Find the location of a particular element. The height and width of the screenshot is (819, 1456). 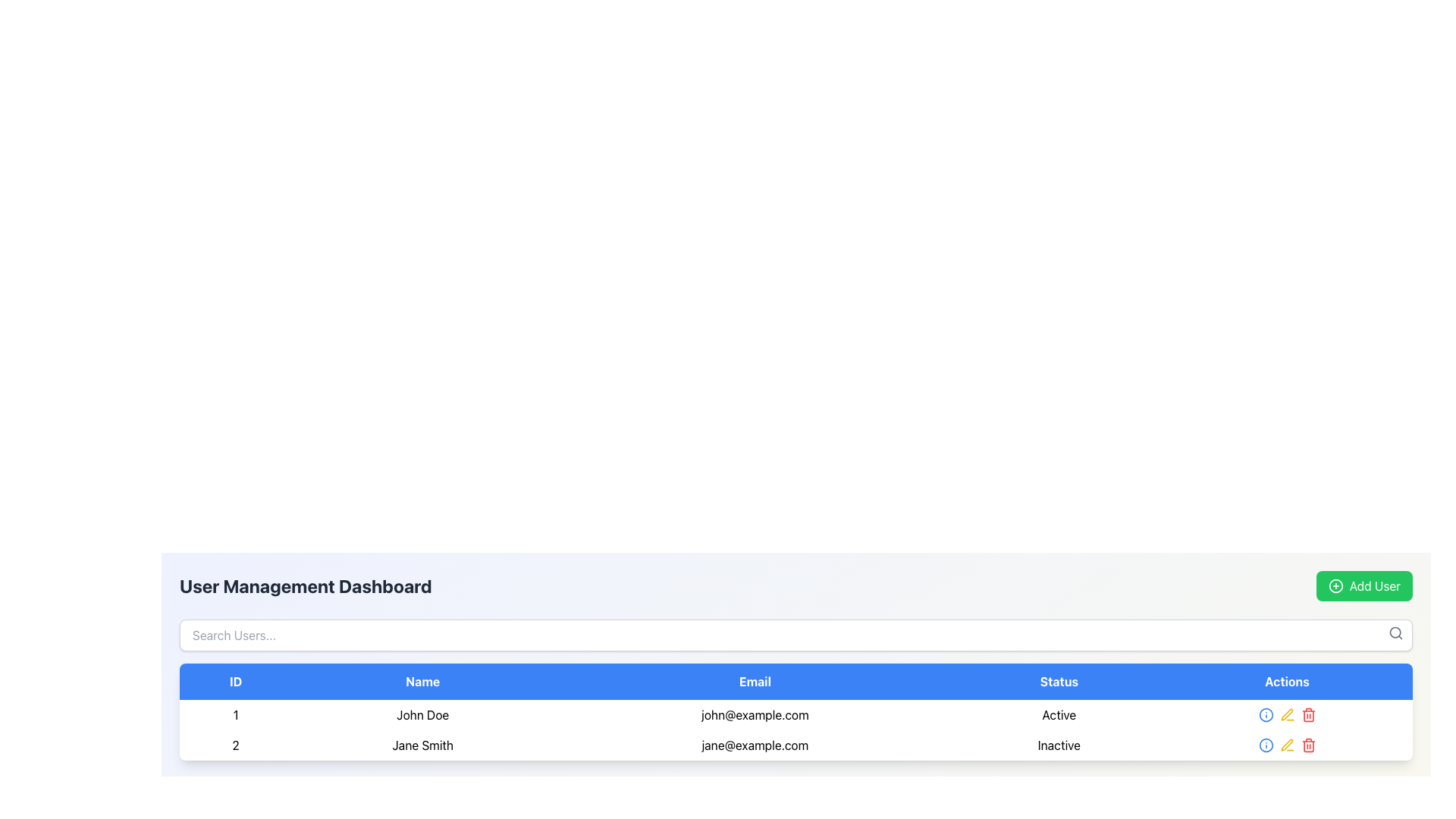

first circular SVG graphic in the action column corresponding to the user 'John Doe' for development purposes is located at coordinates (1266, 745).